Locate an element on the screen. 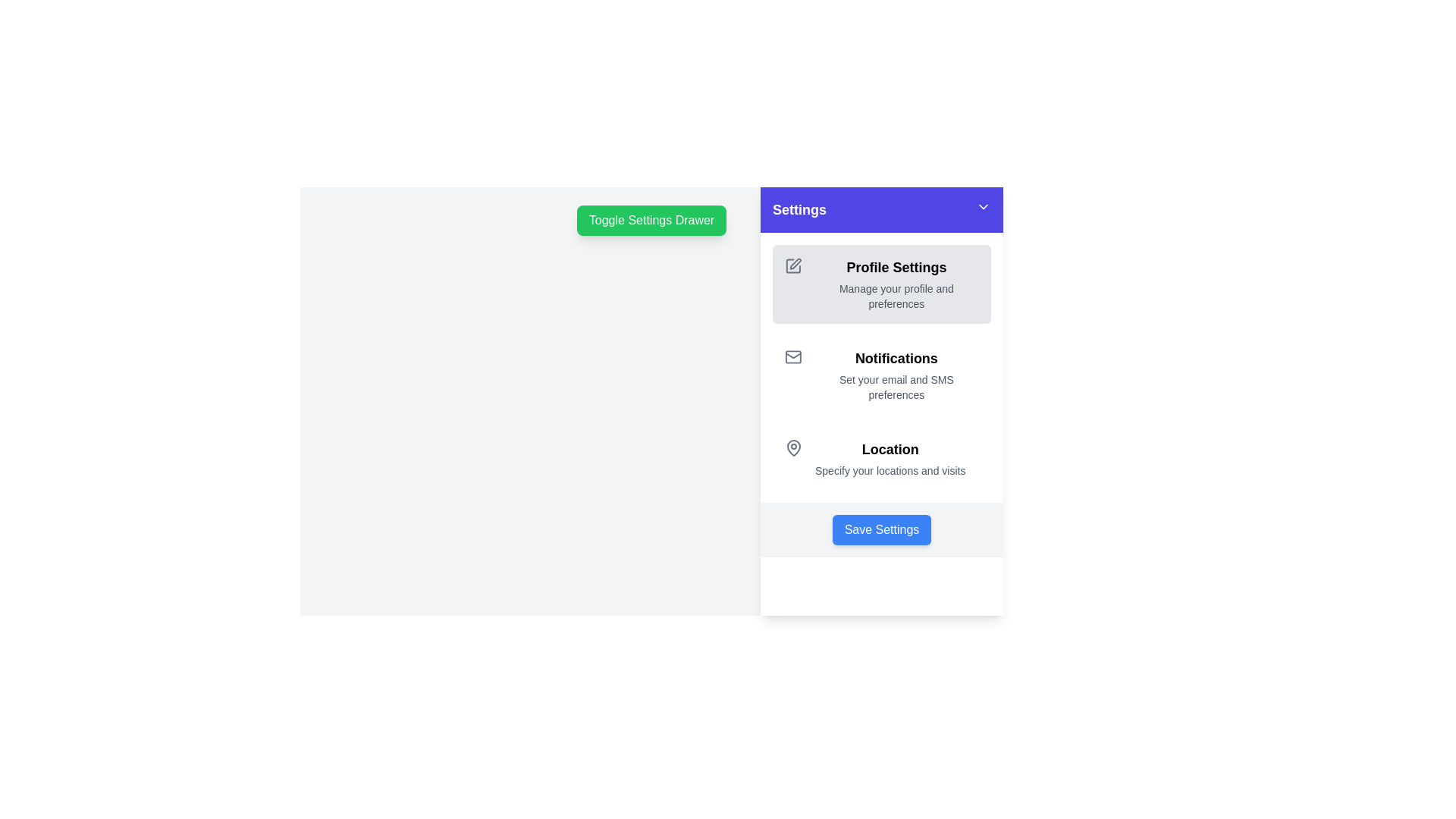  to select or open the 'Notifications' section, which features a bold heading and an email icon, located as the second item in the vertical list within the 'Settings' panel is located at coordinates (881, 375).